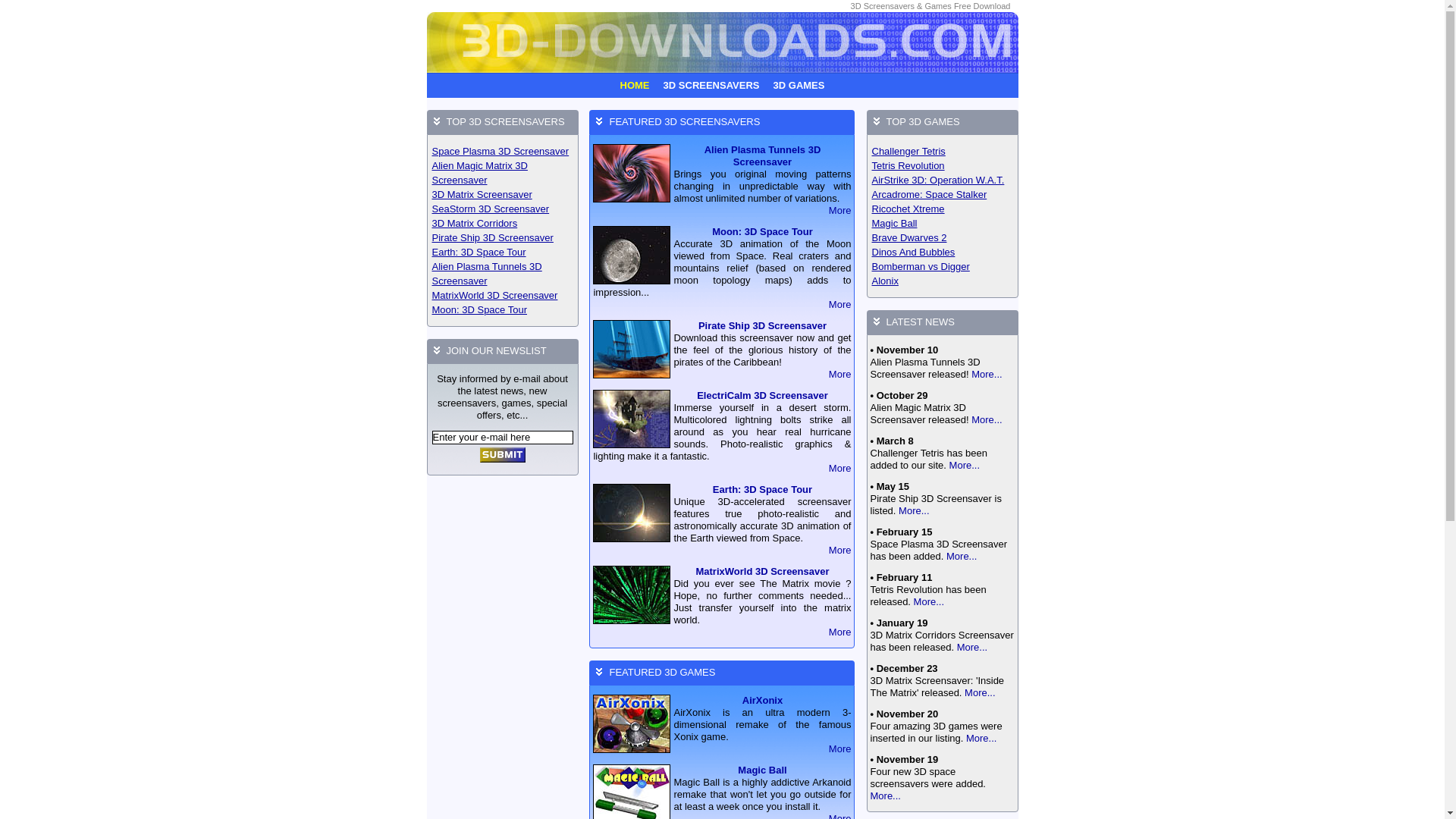  What do you see at coordinates (711, 85) in the screenshot?
I see `'3D SCREENSAVERS'` at bounding box center [711, 85].